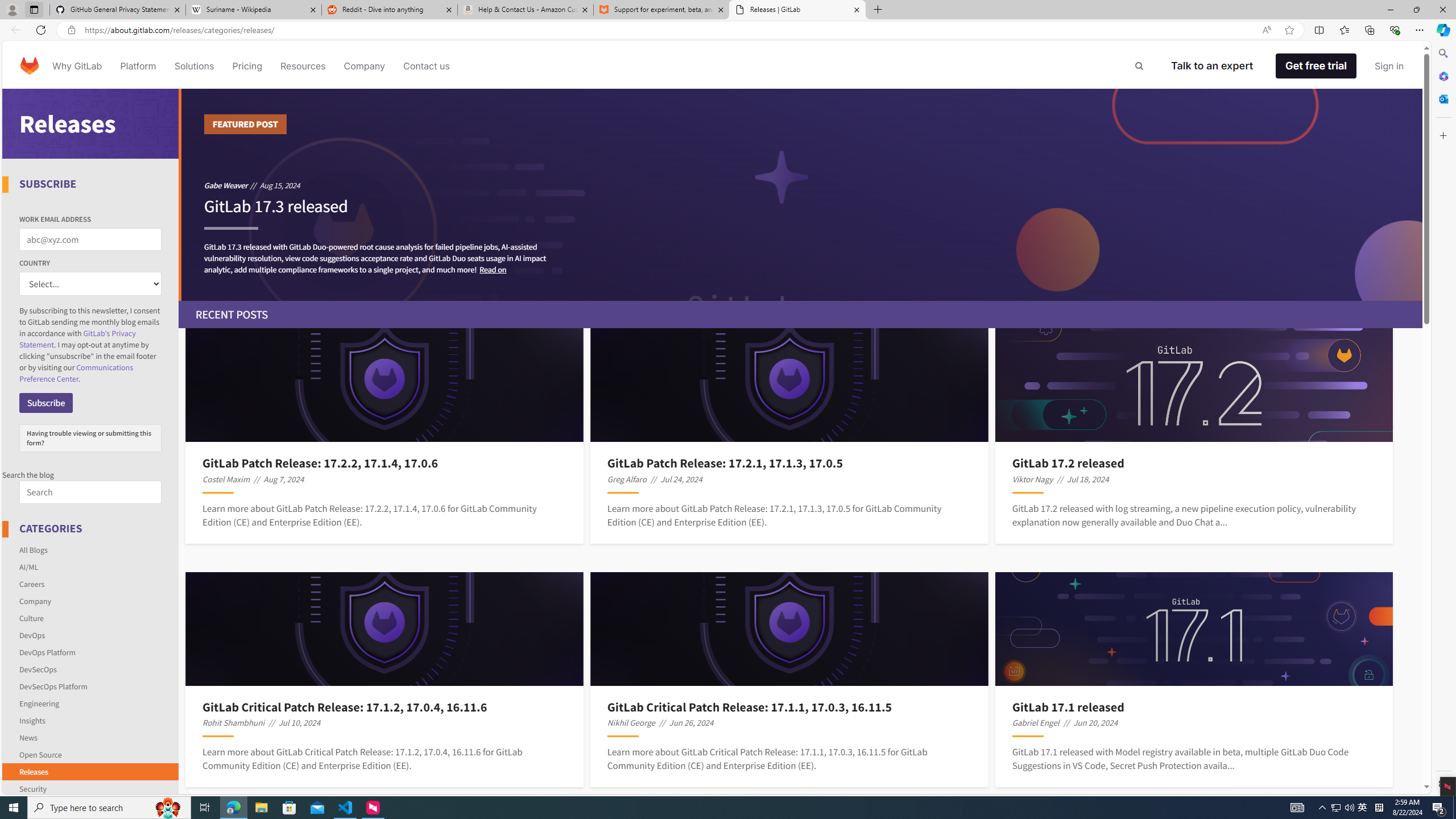  Describe the element at coordinates (32, 771) in the screenshot. I see `'Releases'` at that location.